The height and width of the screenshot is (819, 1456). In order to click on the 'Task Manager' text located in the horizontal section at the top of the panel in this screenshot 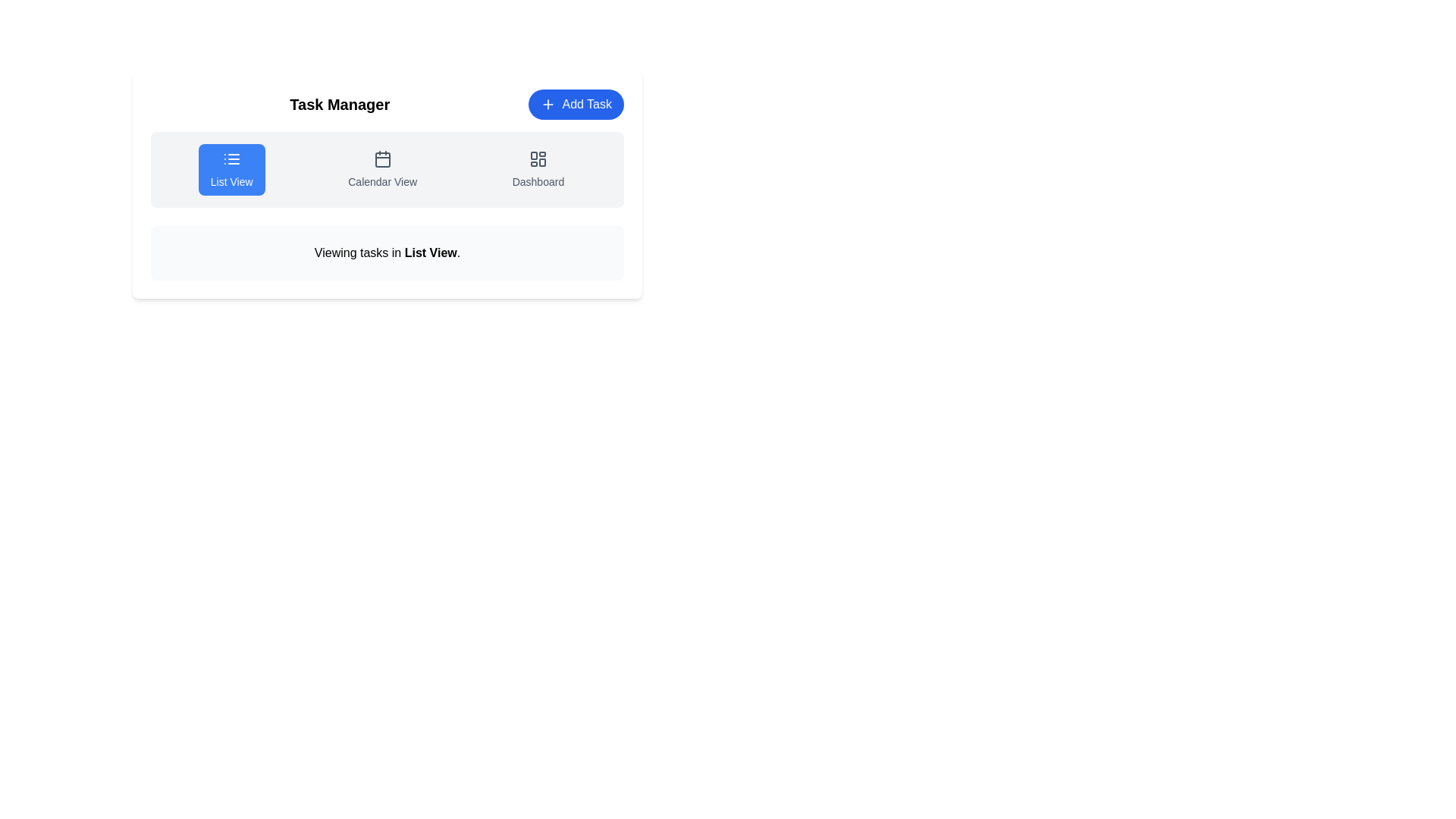, I will do `click(387, 104)`.